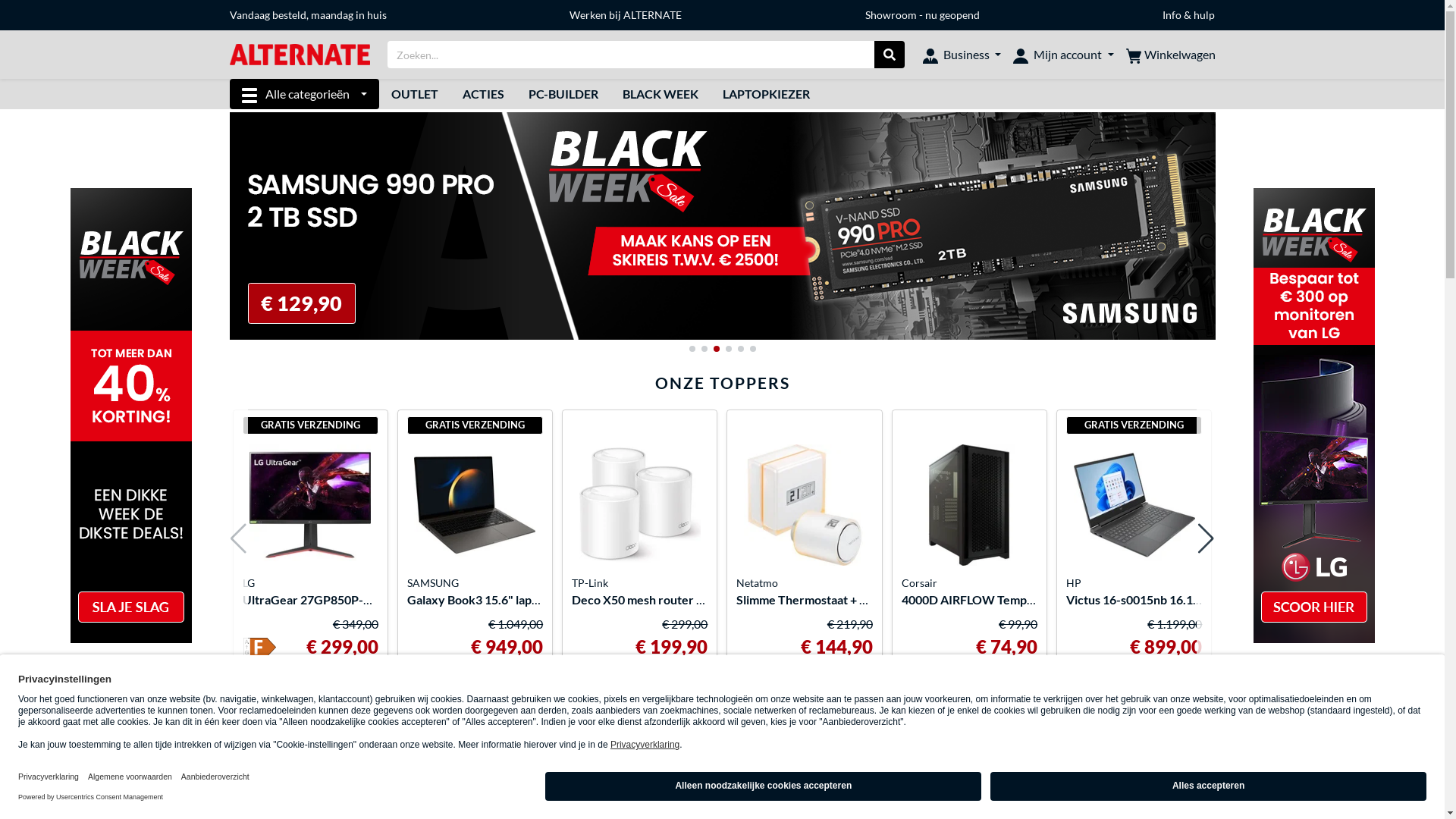 This screenshot has width=1456, height=819. I want to click on 'Business', so click(961, 54).